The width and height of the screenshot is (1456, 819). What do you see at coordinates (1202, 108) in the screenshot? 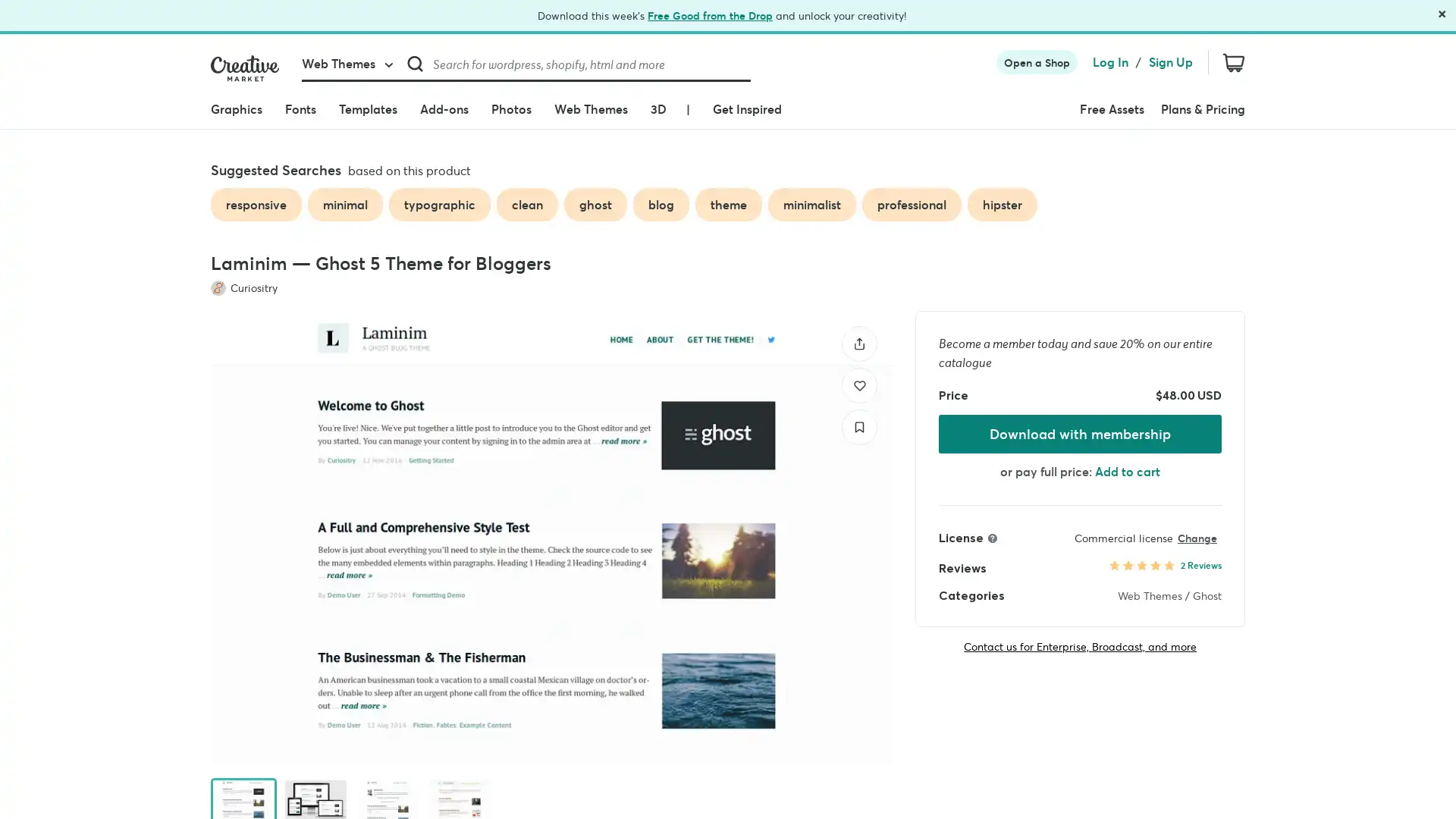
I see `Plans & Pricing` at bounding box center [1202, 108].